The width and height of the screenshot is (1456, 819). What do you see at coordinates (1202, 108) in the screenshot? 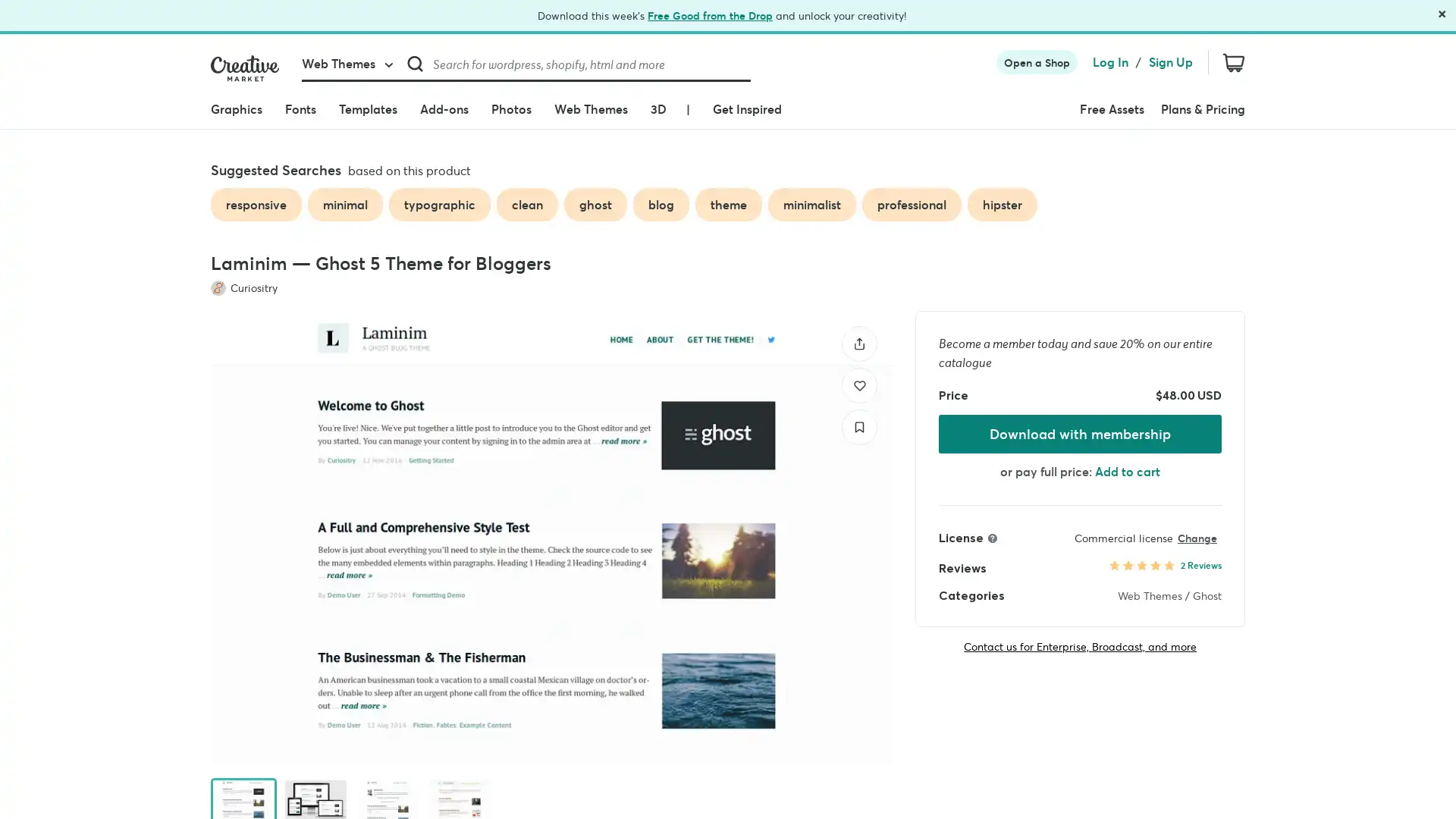
I see `Plans & Pricing` at bounding box center [1202, 108].